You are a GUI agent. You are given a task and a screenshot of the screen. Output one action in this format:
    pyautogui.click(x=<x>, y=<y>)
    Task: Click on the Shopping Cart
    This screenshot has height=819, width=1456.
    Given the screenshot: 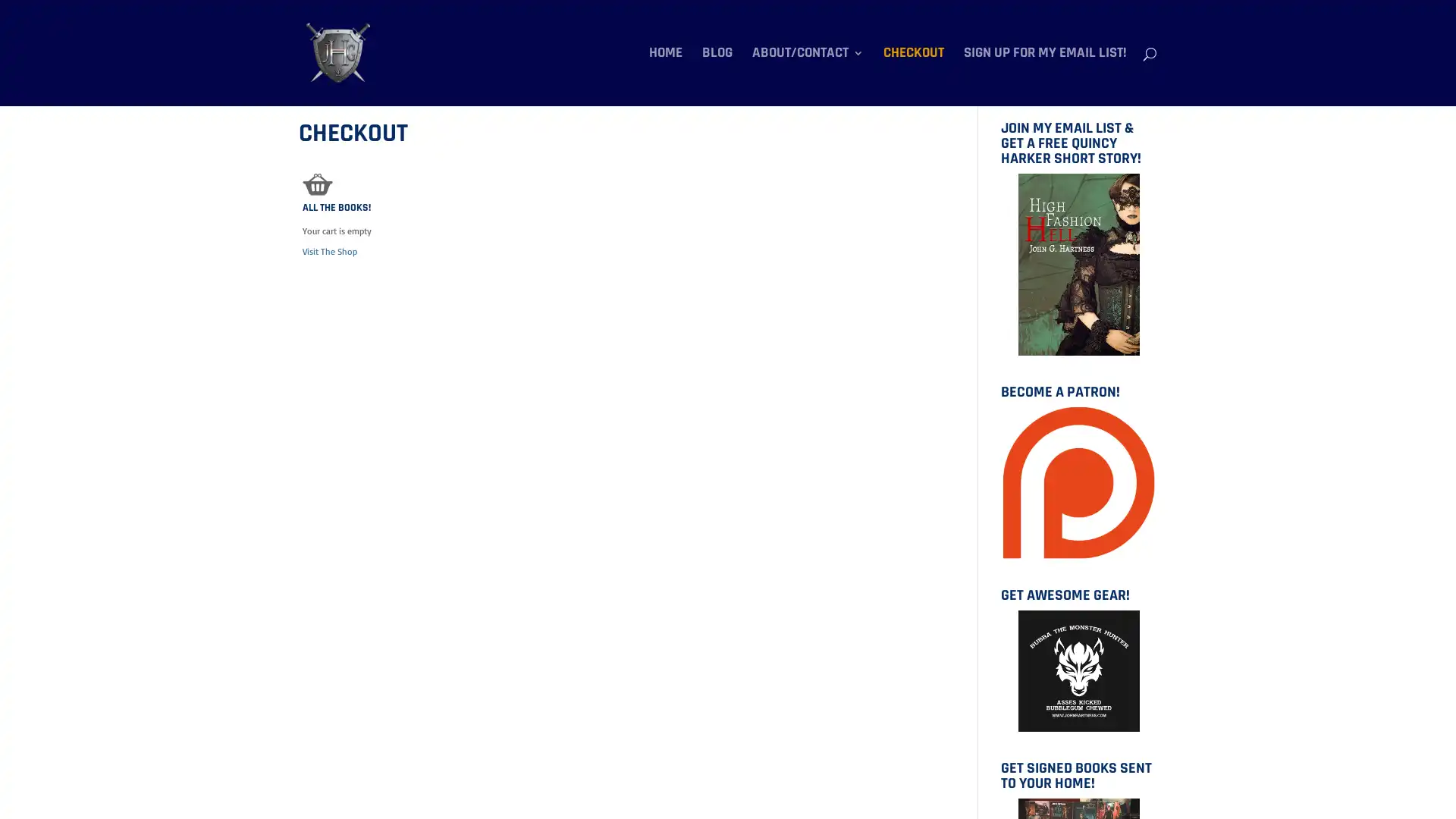 What is the action you would take?
    pyautogui.click(x=316, y=184)
    